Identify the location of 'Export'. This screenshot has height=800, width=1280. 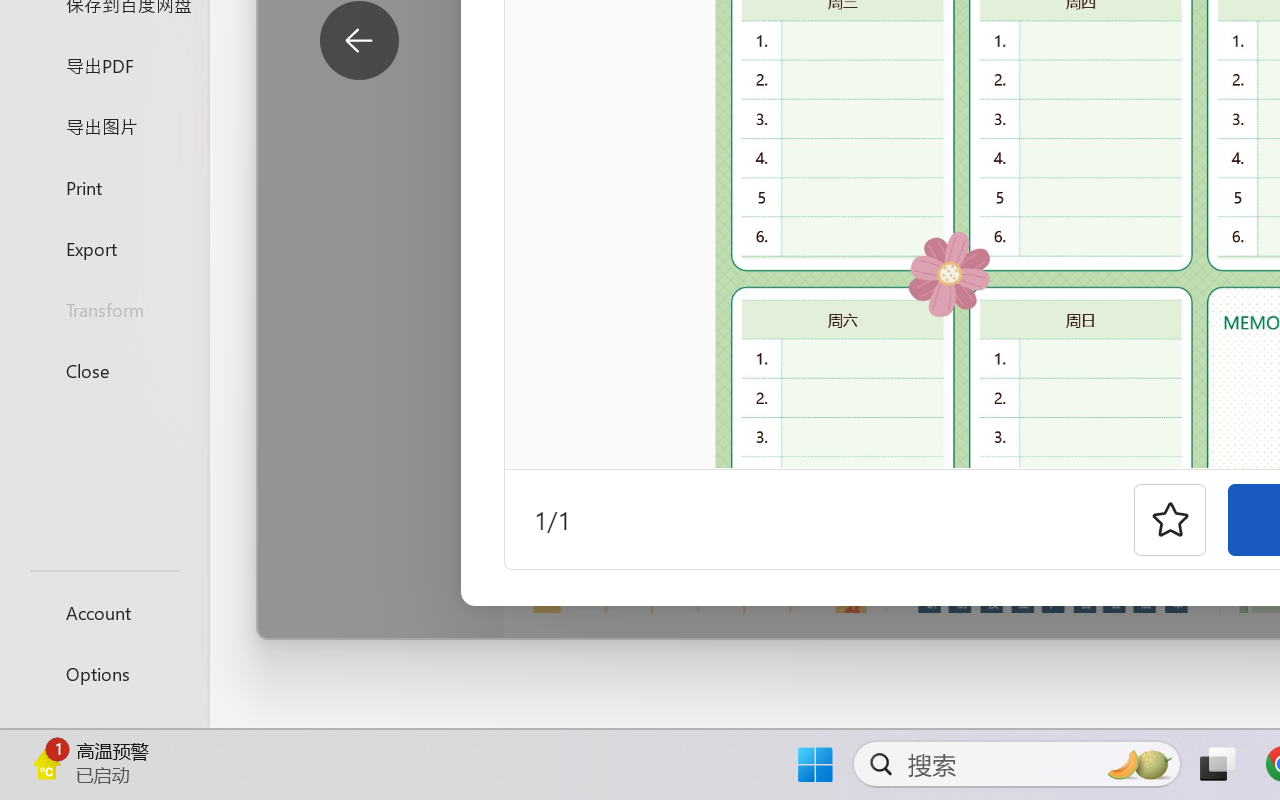
(103, 247).